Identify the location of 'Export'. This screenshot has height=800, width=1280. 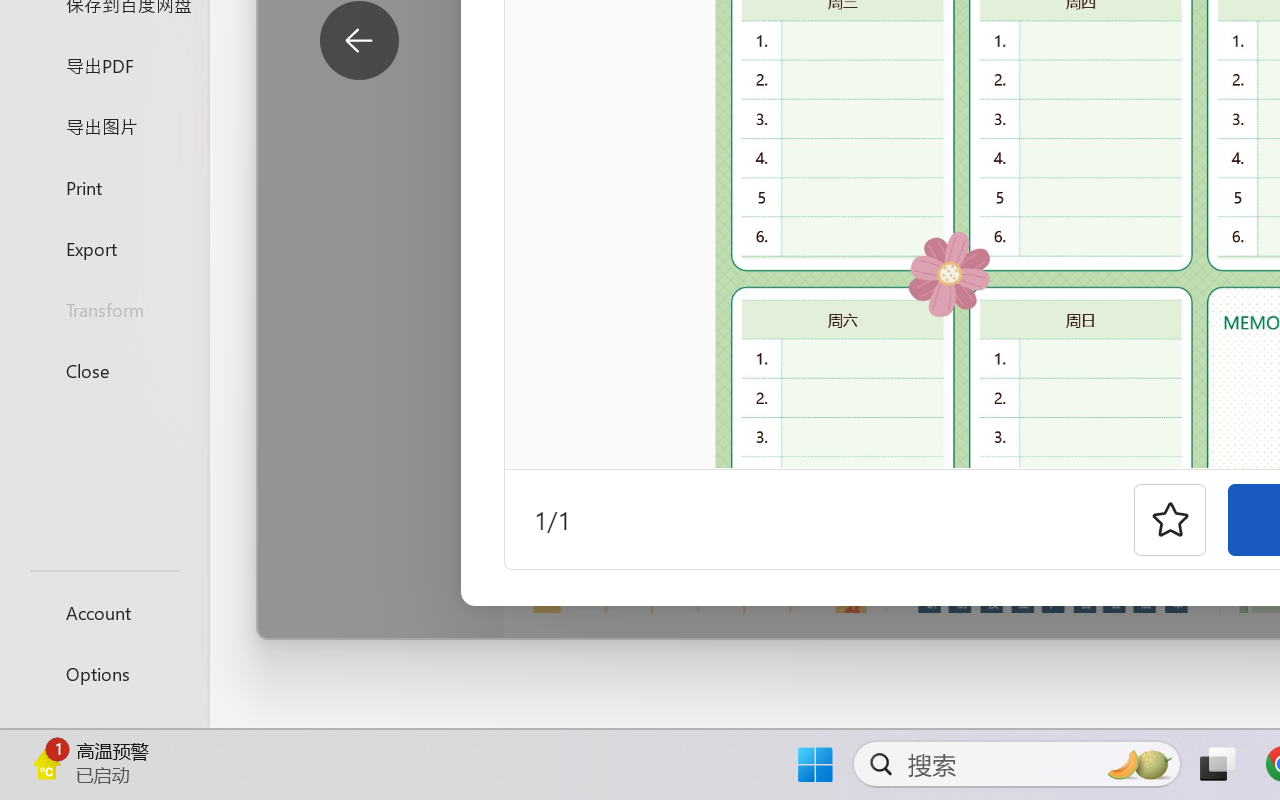
(103, 247).